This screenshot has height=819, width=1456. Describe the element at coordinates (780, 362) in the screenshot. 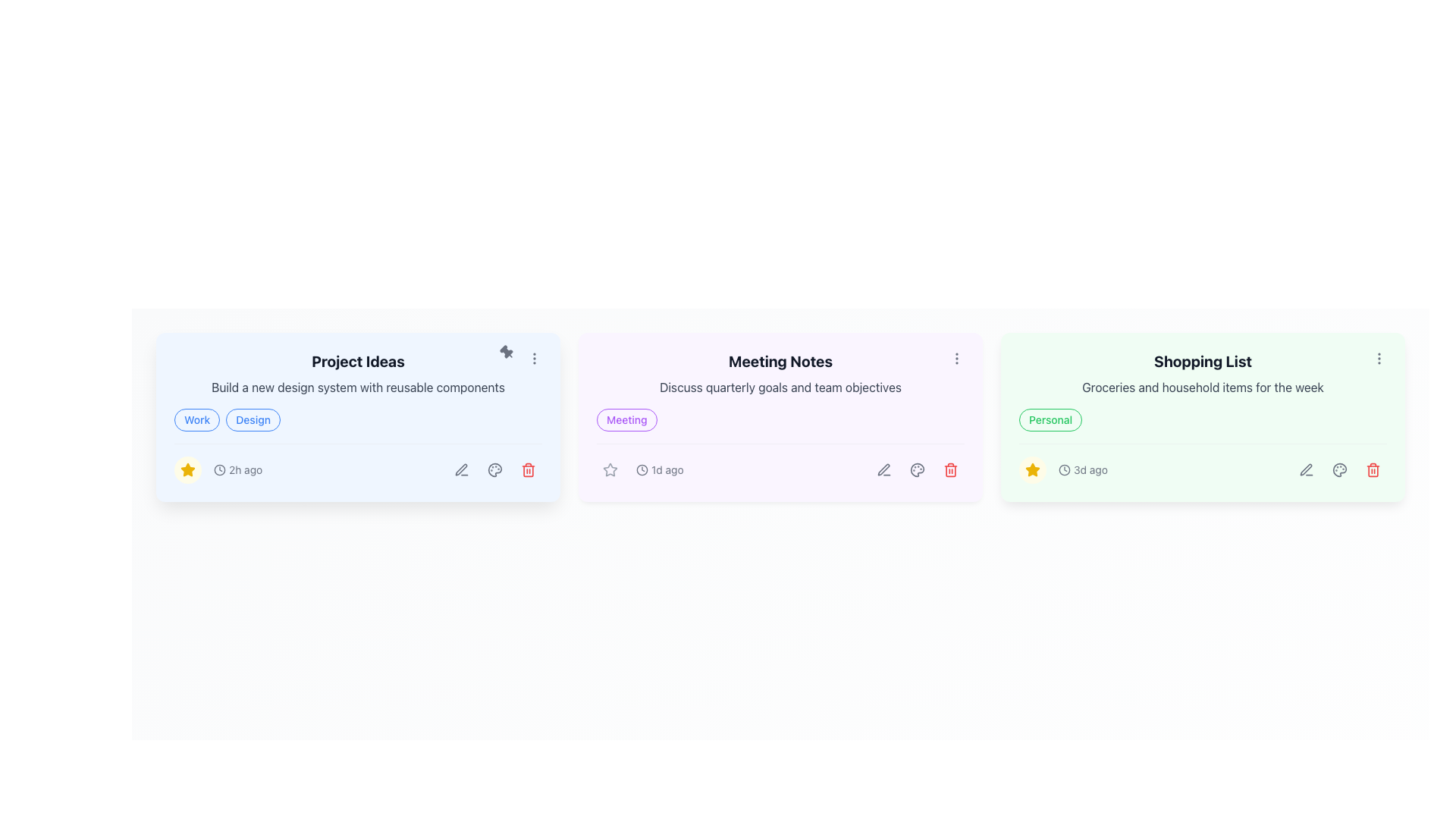

I see `the text element 'Meeting Notes' which serves as the title of the note card, located at the top center of the card` at that location.